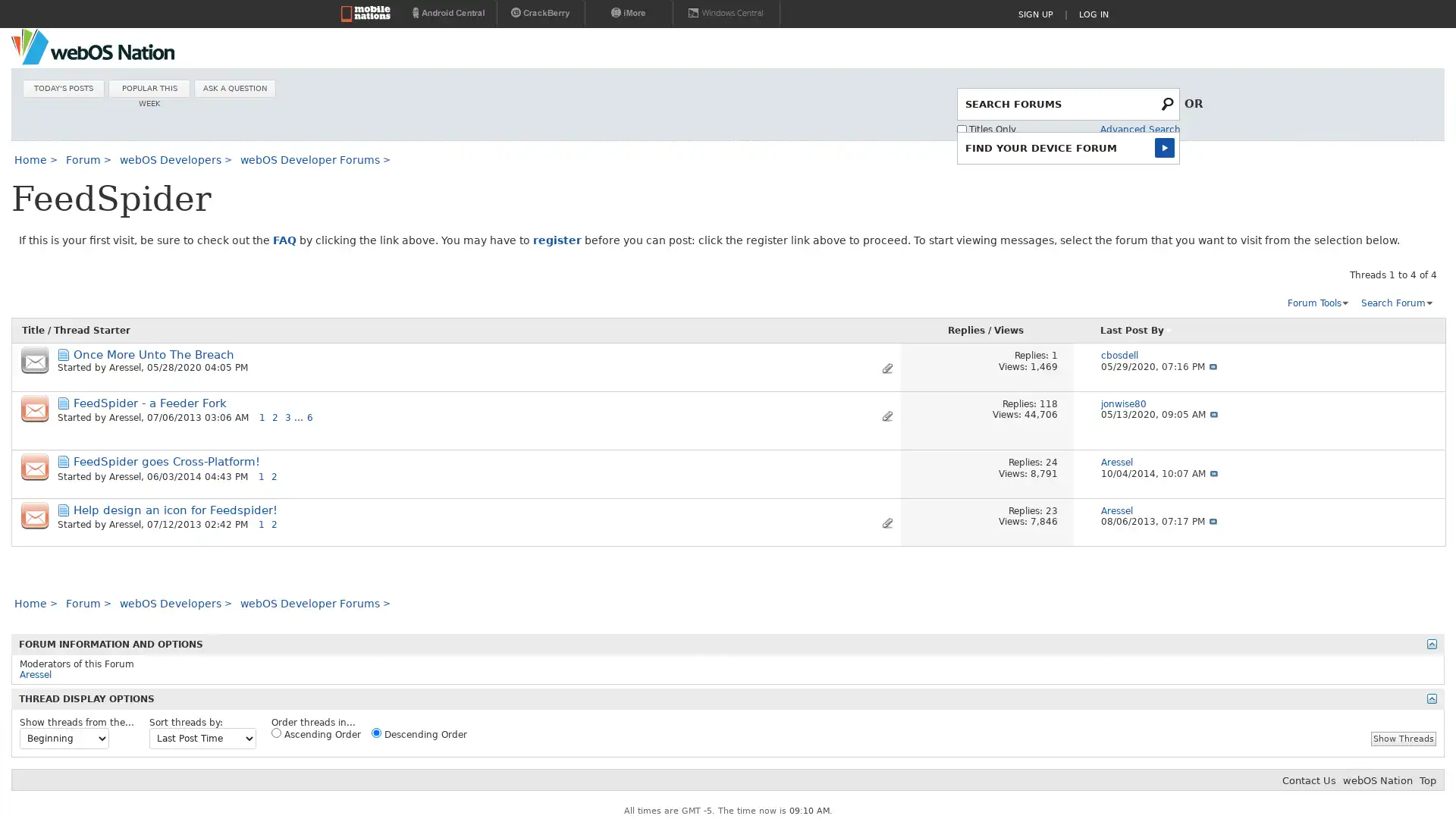 The image size is (1456, 819). Describe the element at coordinates (1167, 146) in the screenshot. I see `Submit` at that location.